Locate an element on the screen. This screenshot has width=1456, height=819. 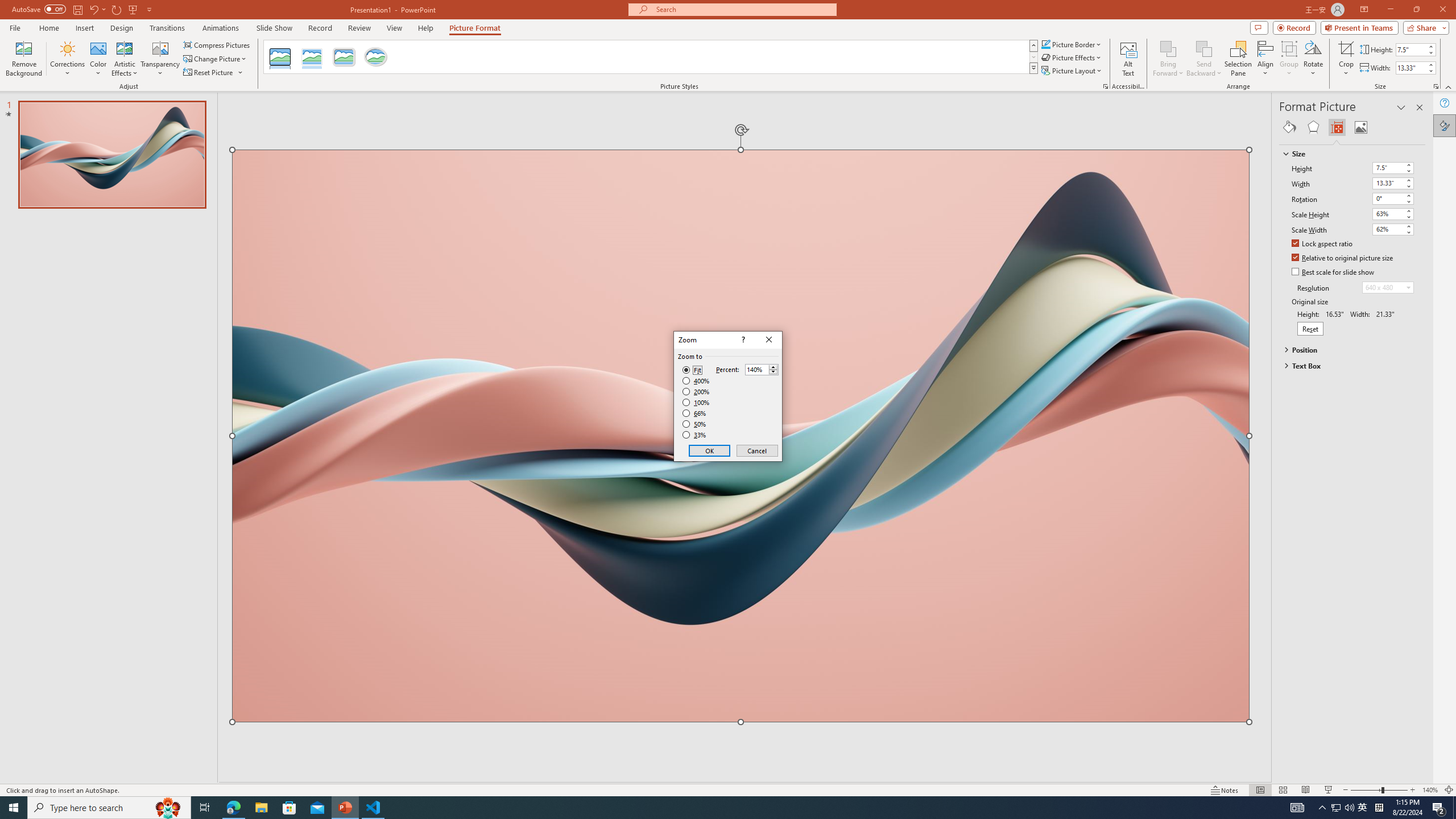
'Percent' is located at coordinates (762, 369).